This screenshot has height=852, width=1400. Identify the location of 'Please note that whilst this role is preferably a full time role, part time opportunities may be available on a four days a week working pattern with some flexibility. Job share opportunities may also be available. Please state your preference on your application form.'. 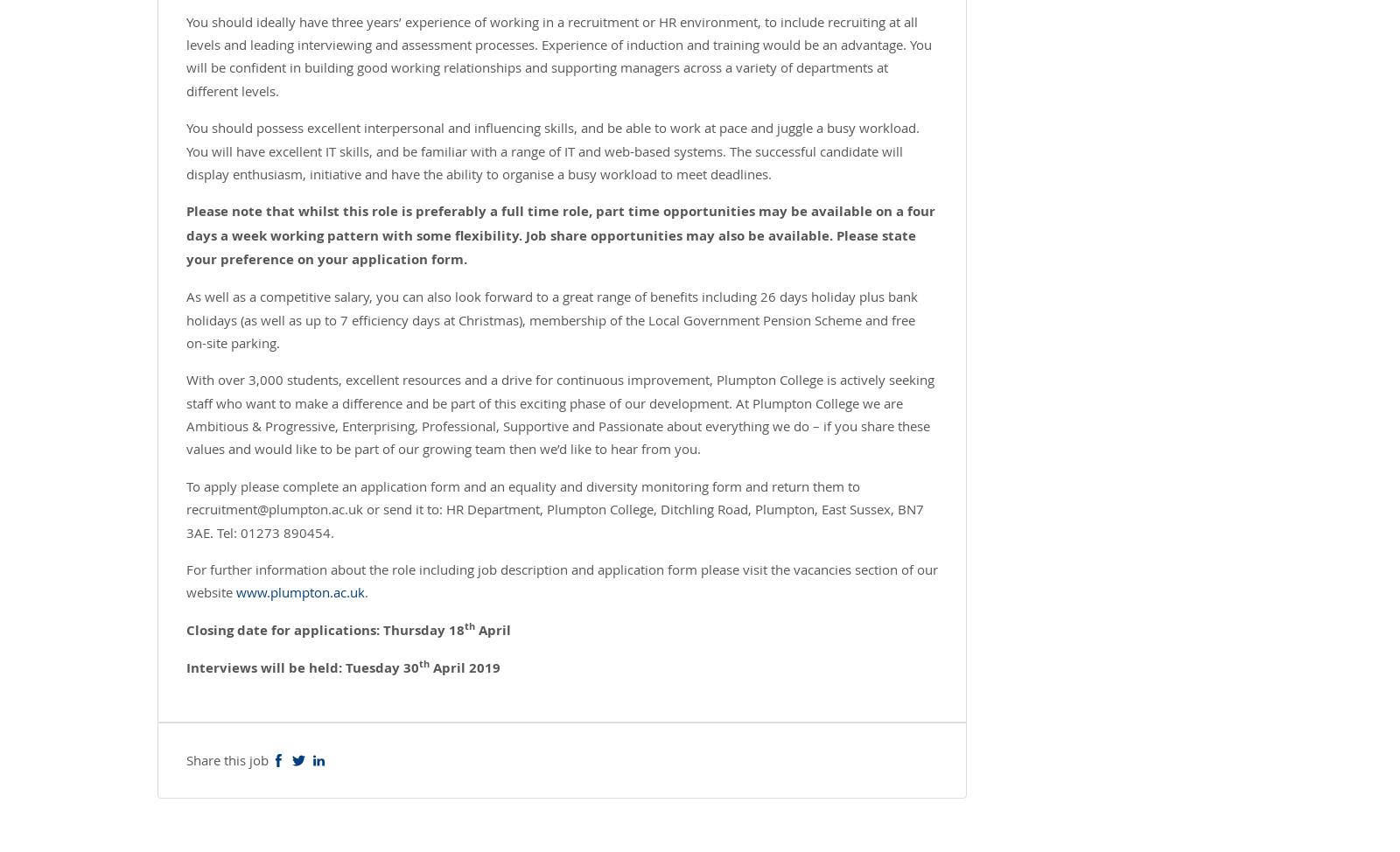
(560, 234).